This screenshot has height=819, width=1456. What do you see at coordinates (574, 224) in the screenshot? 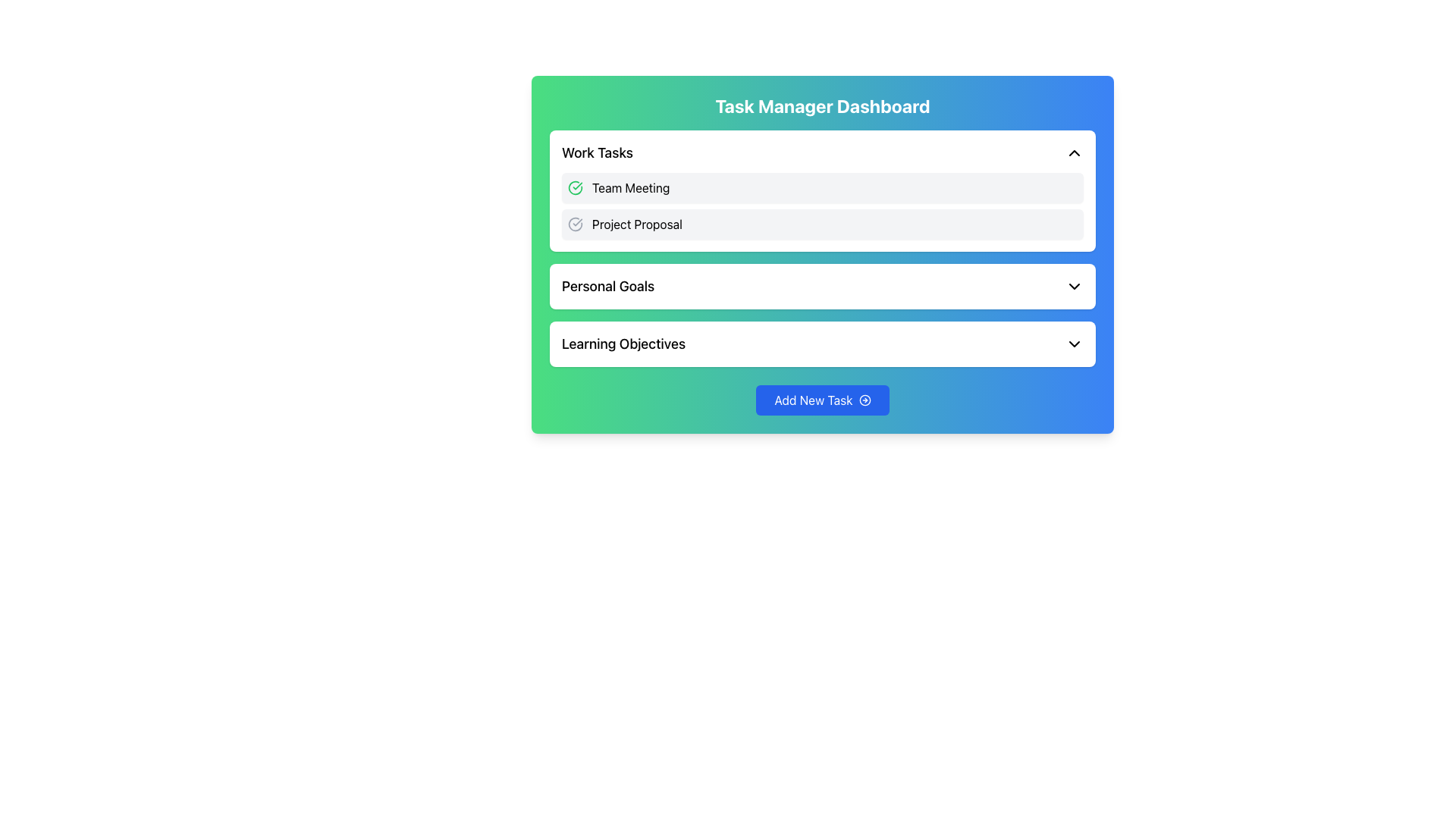
I see `the decorative SVG icon indicating the task status in the 'Work Tasks' section, to the left of the 'Project Proposal' list item` at bounding box center [574, 224].